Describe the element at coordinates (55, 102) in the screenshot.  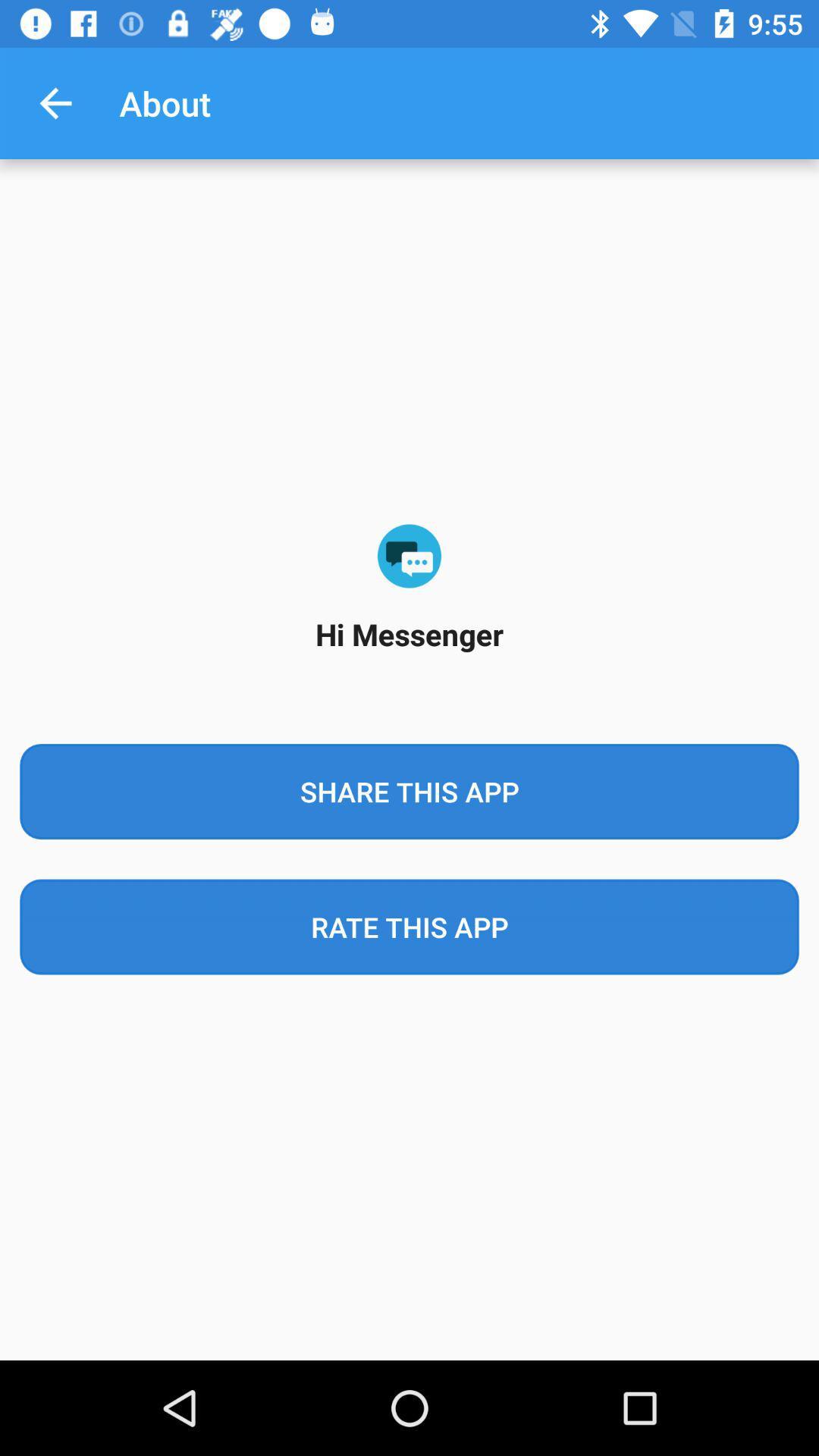
I see `item above share this app item` at that location.